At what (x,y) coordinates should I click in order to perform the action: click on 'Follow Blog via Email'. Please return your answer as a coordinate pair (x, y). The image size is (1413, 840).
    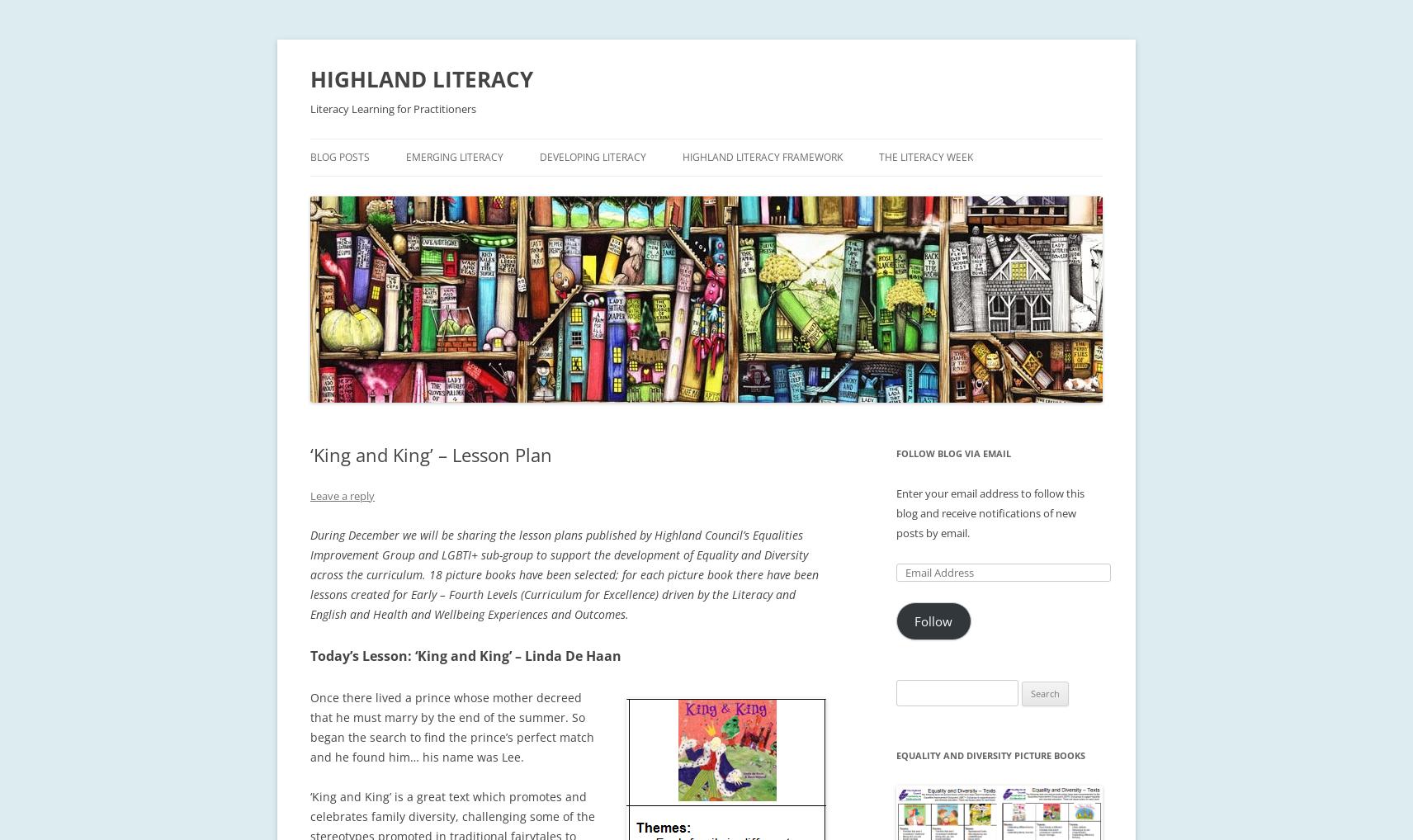
    Looking at the image, I should click on (953, 452).